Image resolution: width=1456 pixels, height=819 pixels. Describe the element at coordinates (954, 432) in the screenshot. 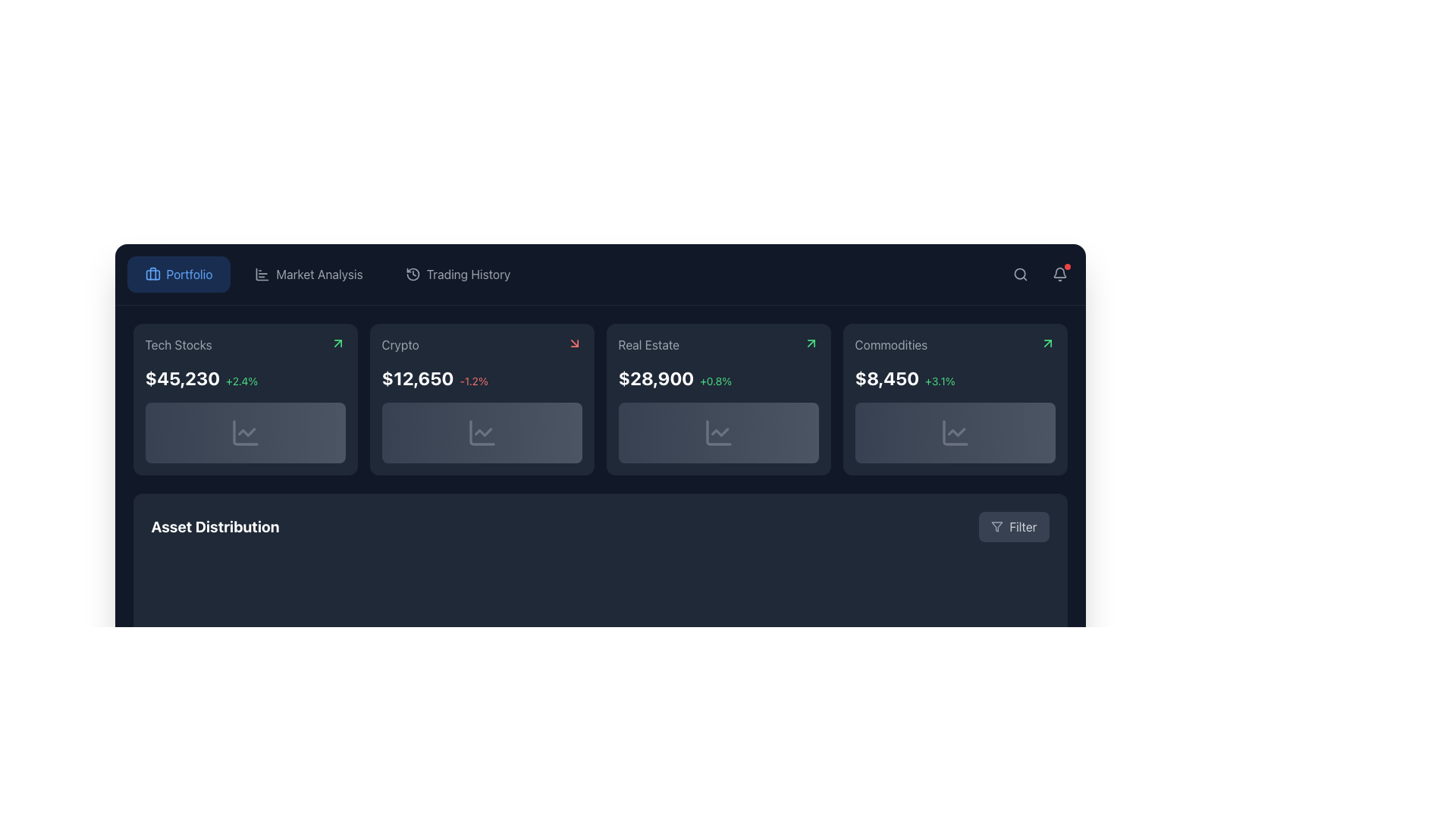

I see `the Visual Display Component located at the bottom of the 'Commodities' card, which features a line chart icon with a red point, by clicking on it` at that location.